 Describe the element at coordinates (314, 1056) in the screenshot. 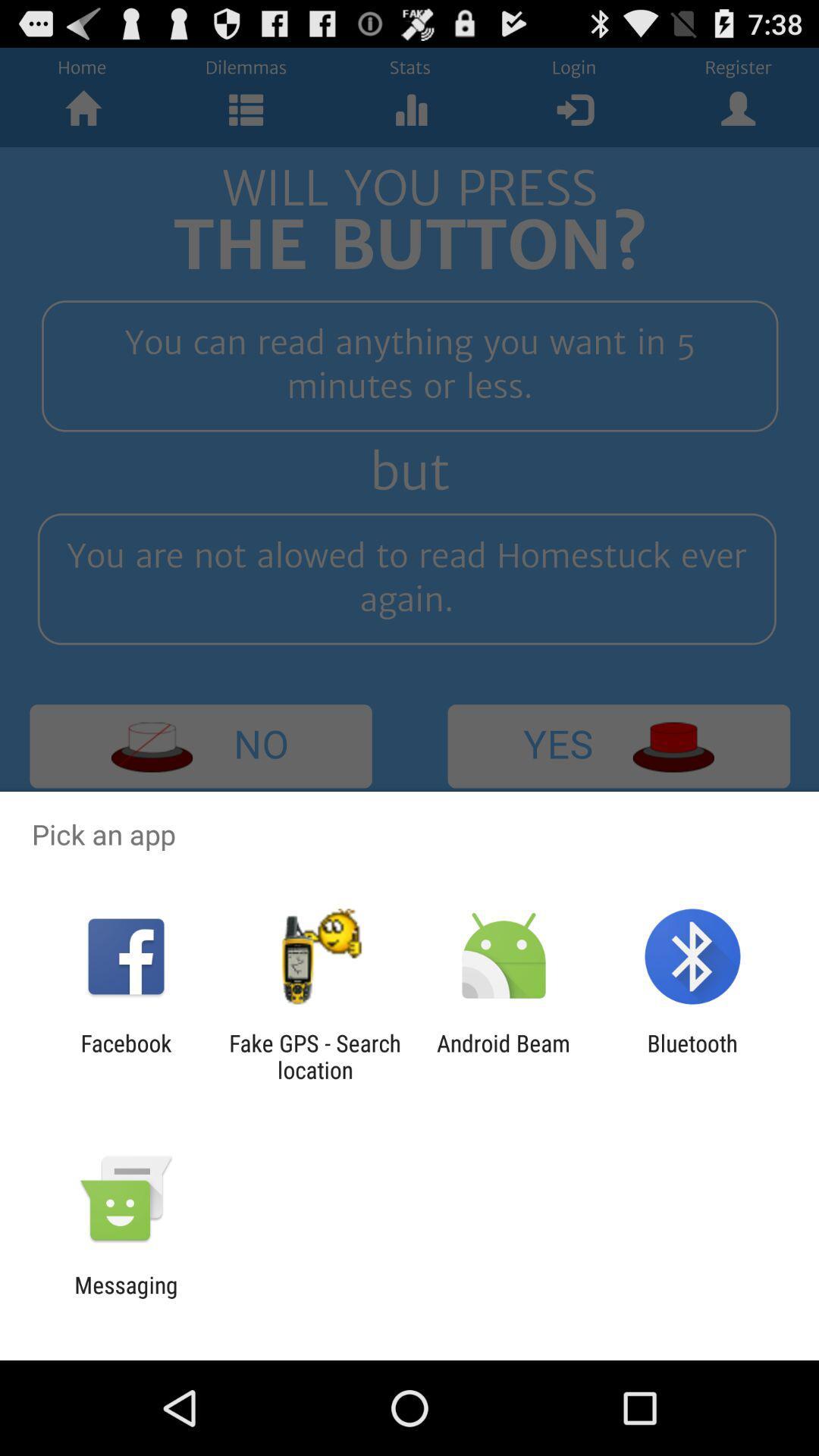

I see `icon to the right of the facebook item` at that location.